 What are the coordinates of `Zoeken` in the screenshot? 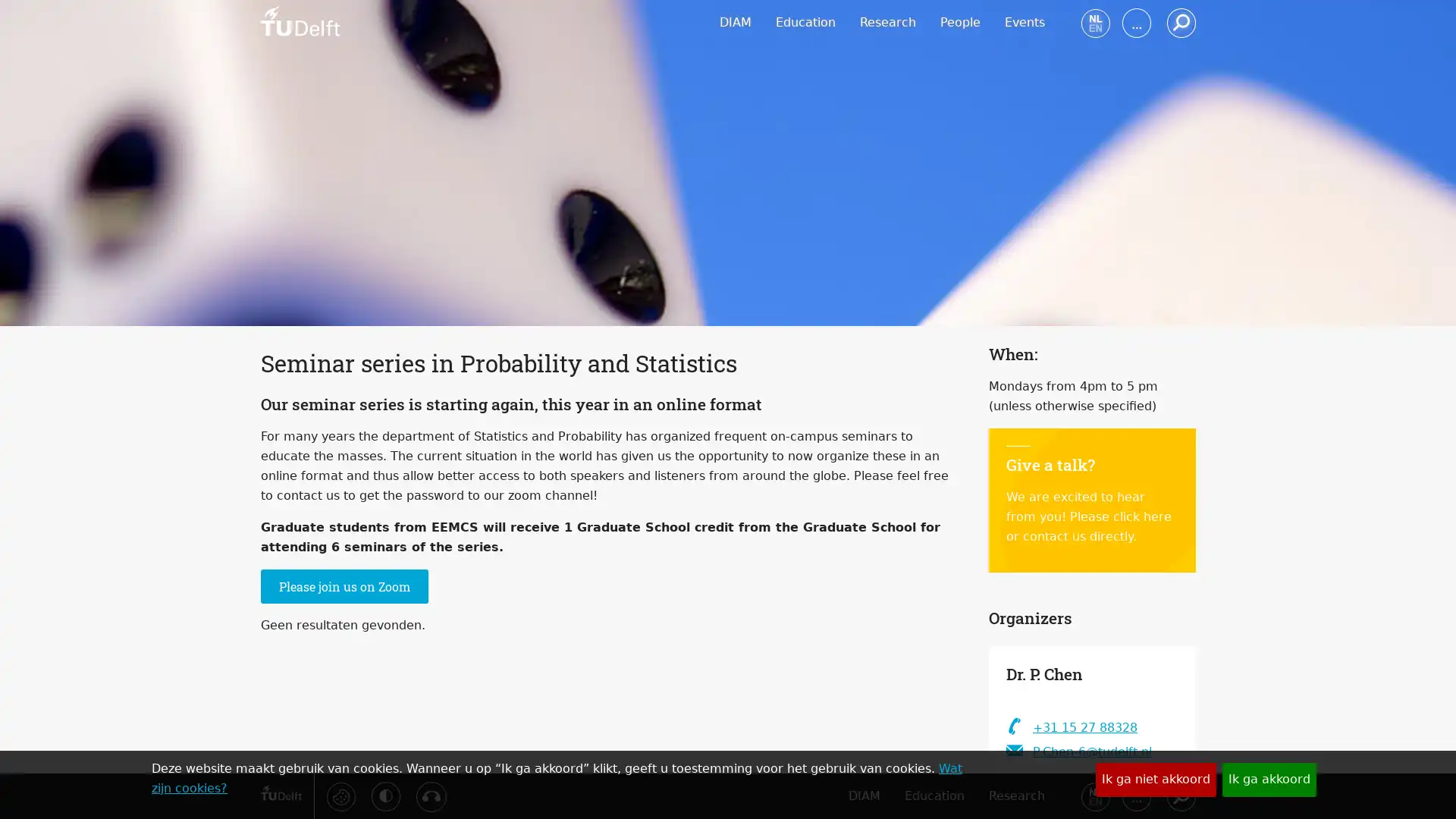 It's located at (1179, 23).